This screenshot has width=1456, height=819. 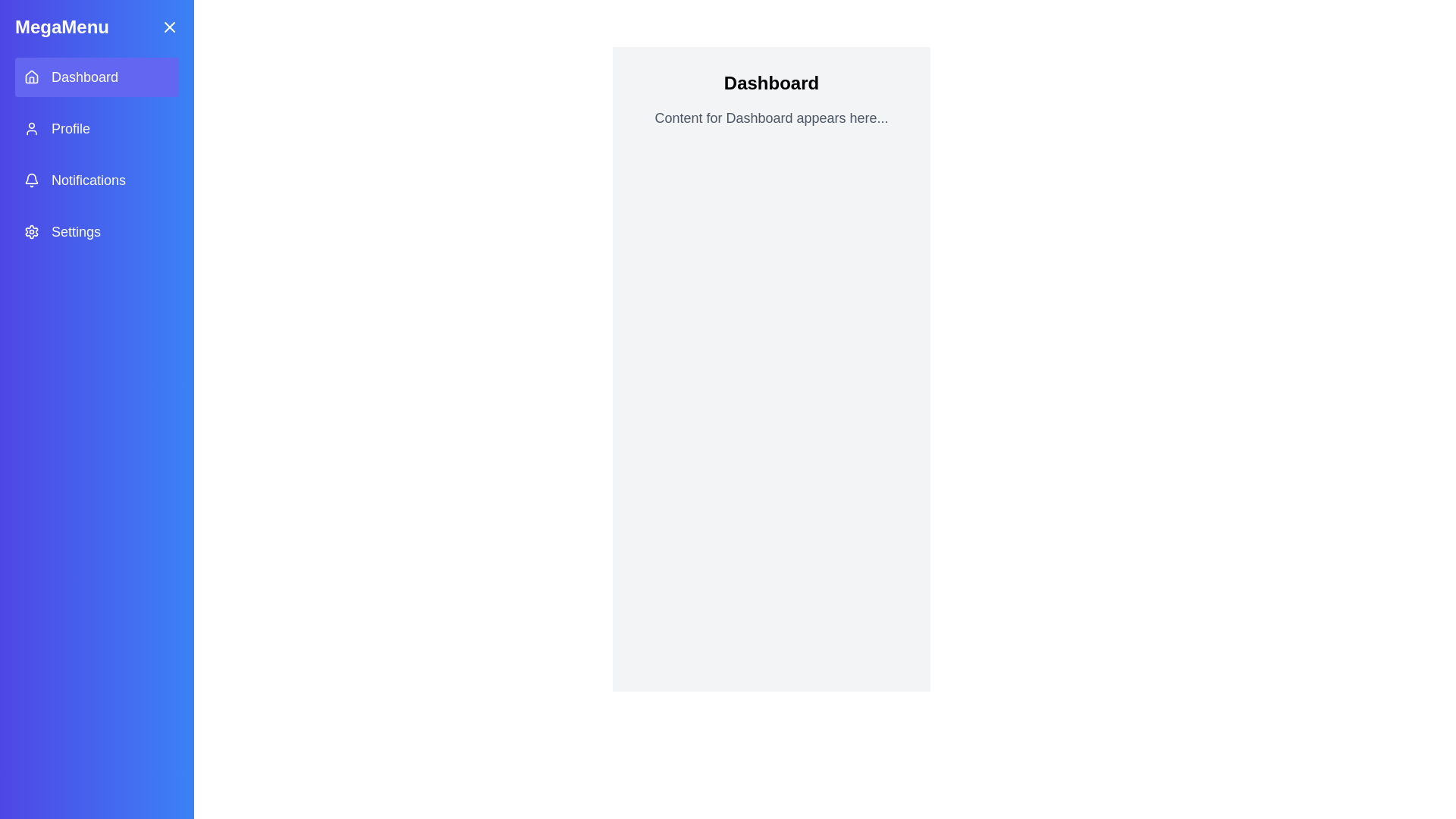 I want to click on the decorative graphical icon for the 'Profile' menu item located in the left sidebar near the top, positioned adjacent to the 'Profile' text label, so click(x=32, y=127).